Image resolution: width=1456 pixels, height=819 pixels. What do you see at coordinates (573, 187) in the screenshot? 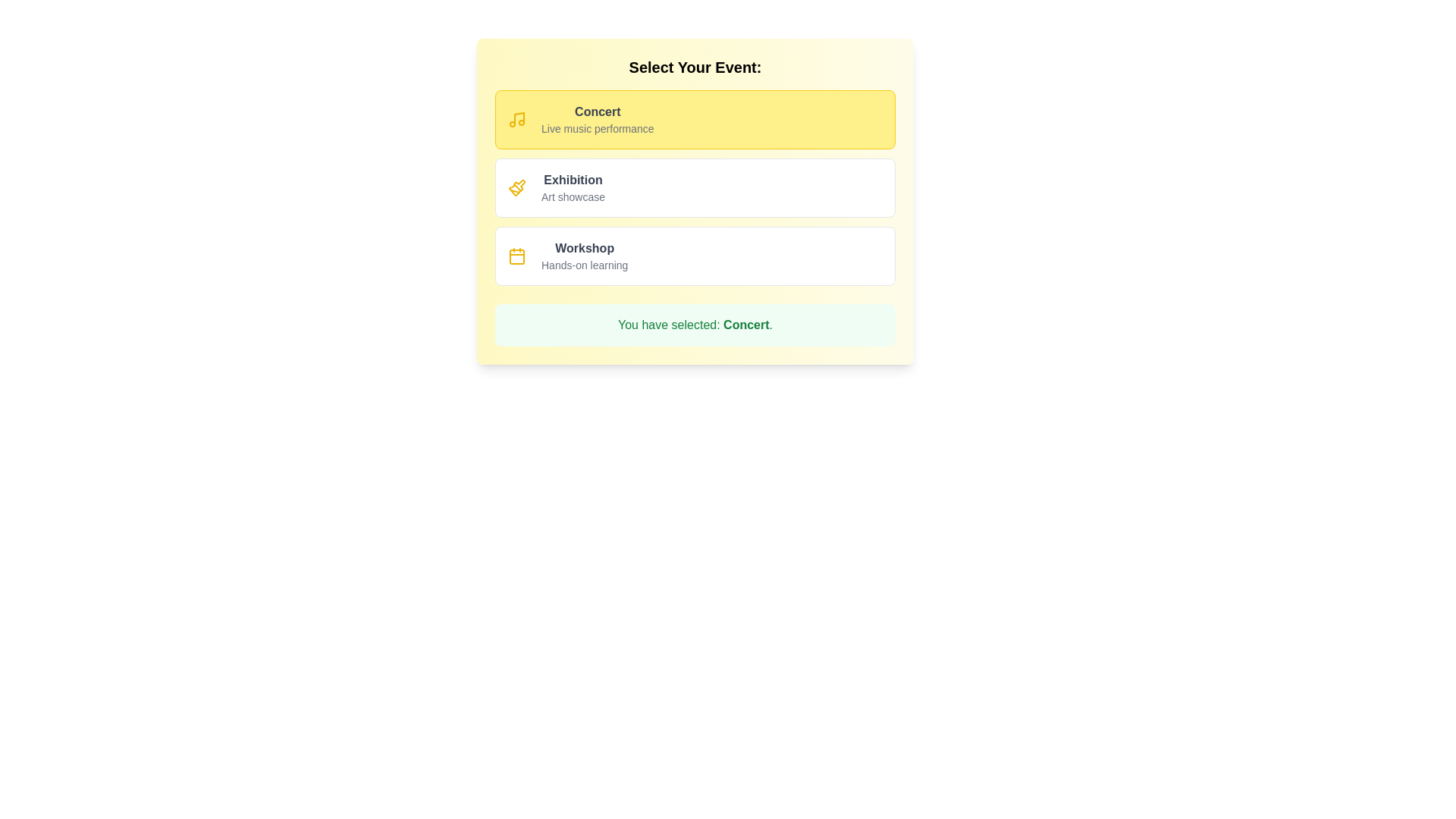
I see `the text group containing 'Exhibition' and 'Art showcase'` at bounding box center [573, 187].